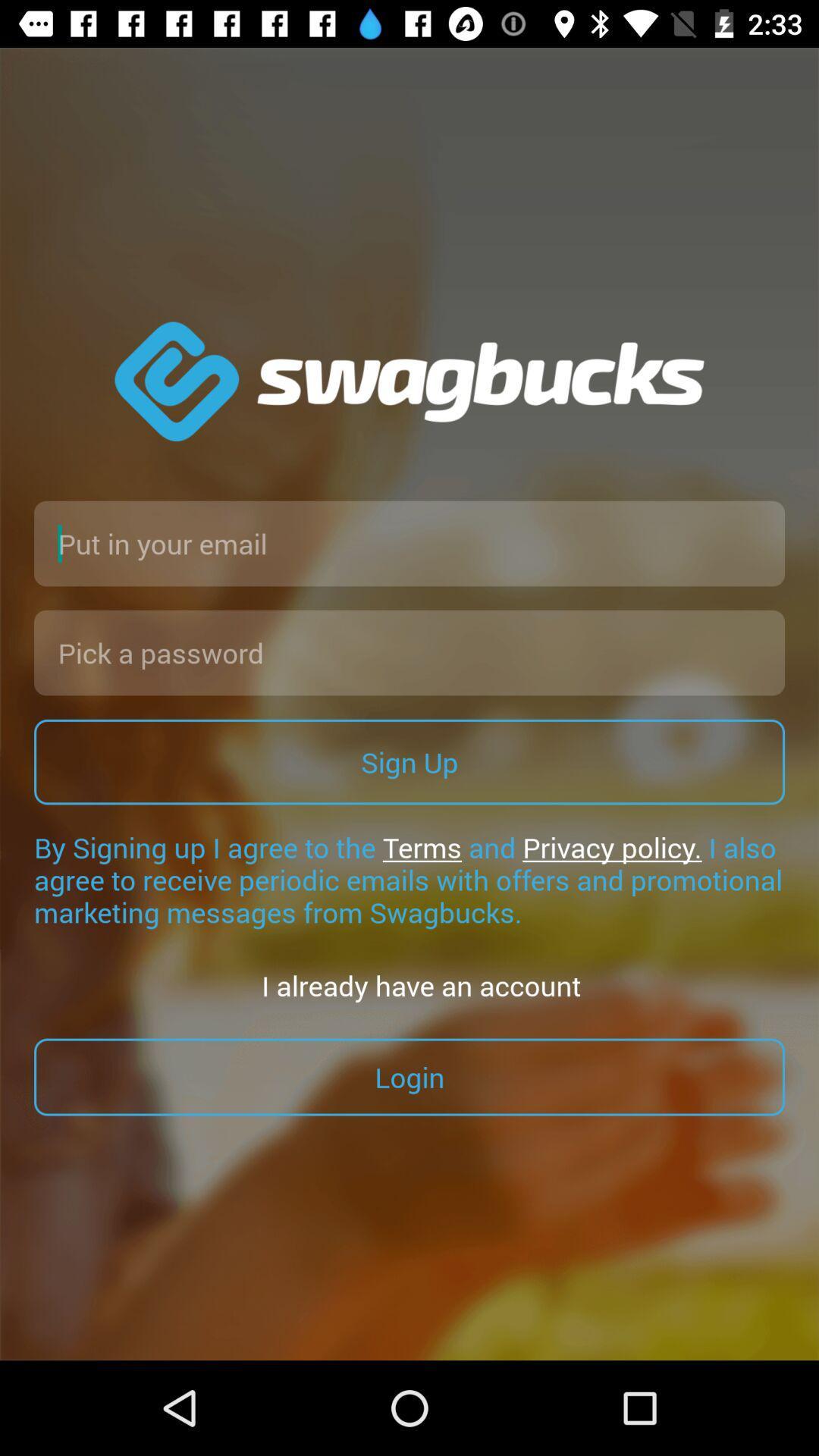 The image size is (819, 1456). Describe the element at coordinates (409, 880) in the screenshot. I see `the by signing up item` at that location.